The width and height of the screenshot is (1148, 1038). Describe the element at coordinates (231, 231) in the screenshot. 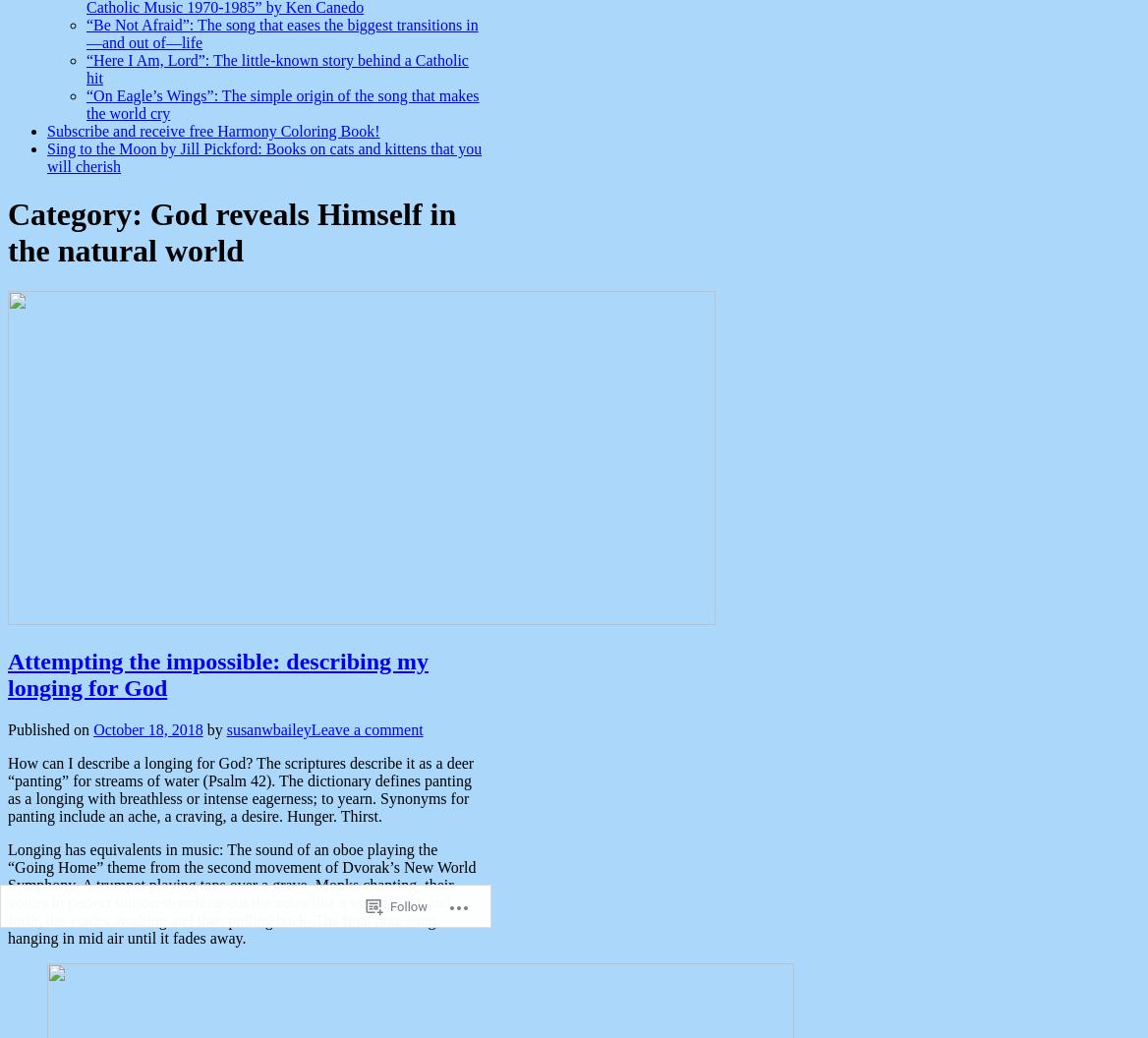

I see `'God reveals Himself in the natural world'` at that location.